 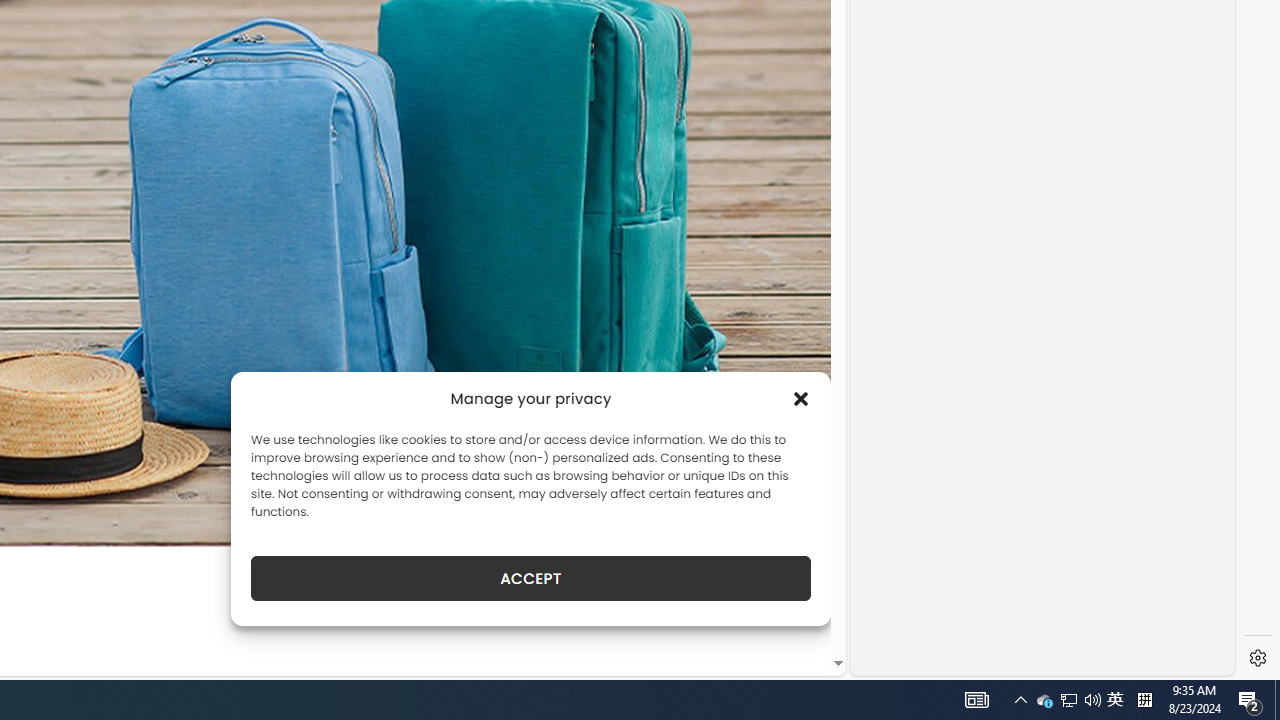 What do you see at coordinates (801, 398) in the screenshot?
I see `'Class: cmplz-close'` at bounding box center [801, 398].